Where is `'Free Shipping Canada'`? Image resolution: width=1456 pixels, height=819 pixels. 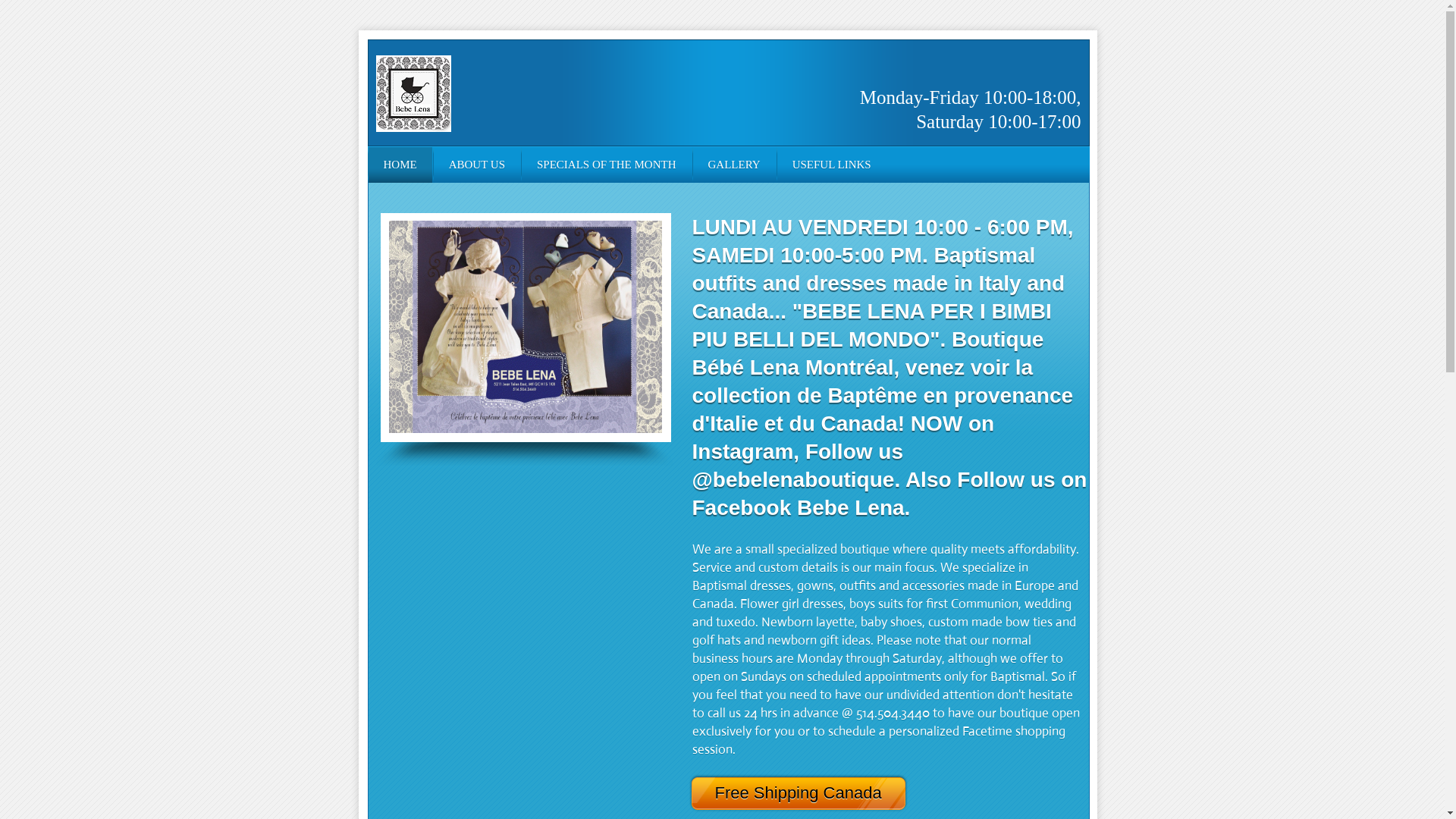
'Free Shipping Canada' is located at coordinates (810, 792).